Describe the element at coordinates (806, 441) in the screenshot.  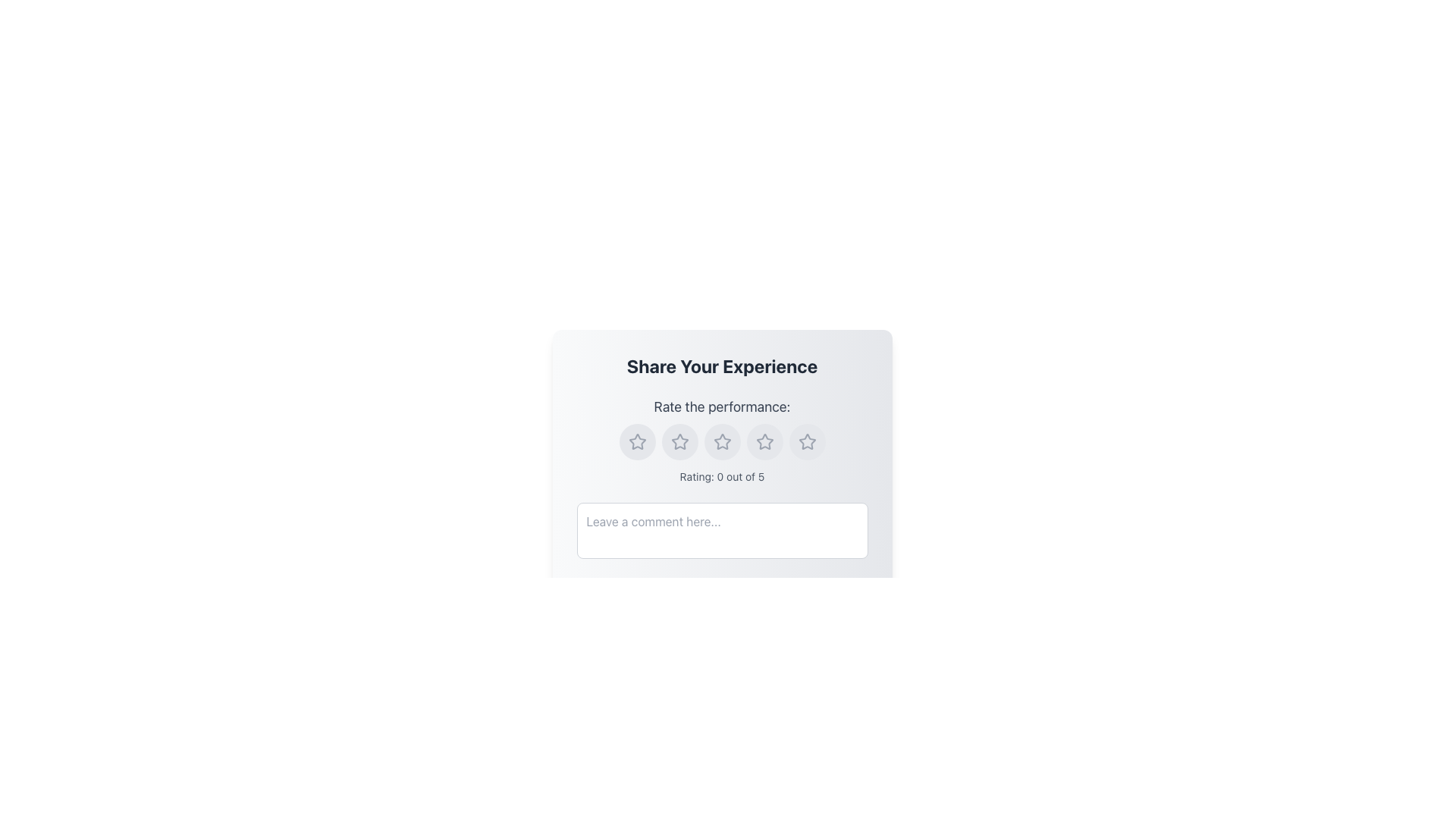
I see `the fifth star-shaped rating icon, which is outlined in gray and located within a light gray circular button` at that location.